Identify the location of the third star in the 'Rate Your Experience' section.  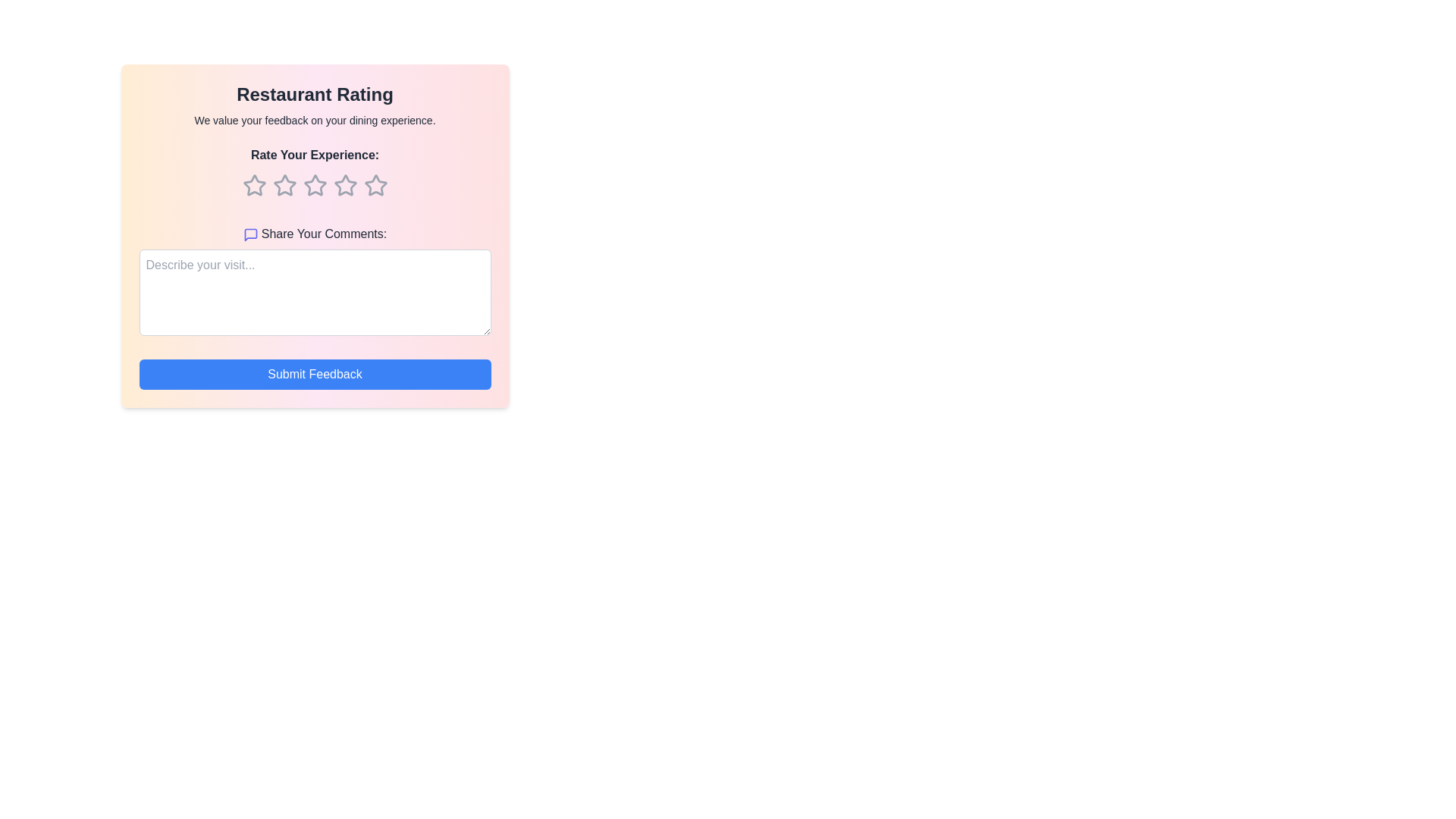
(314, 185).